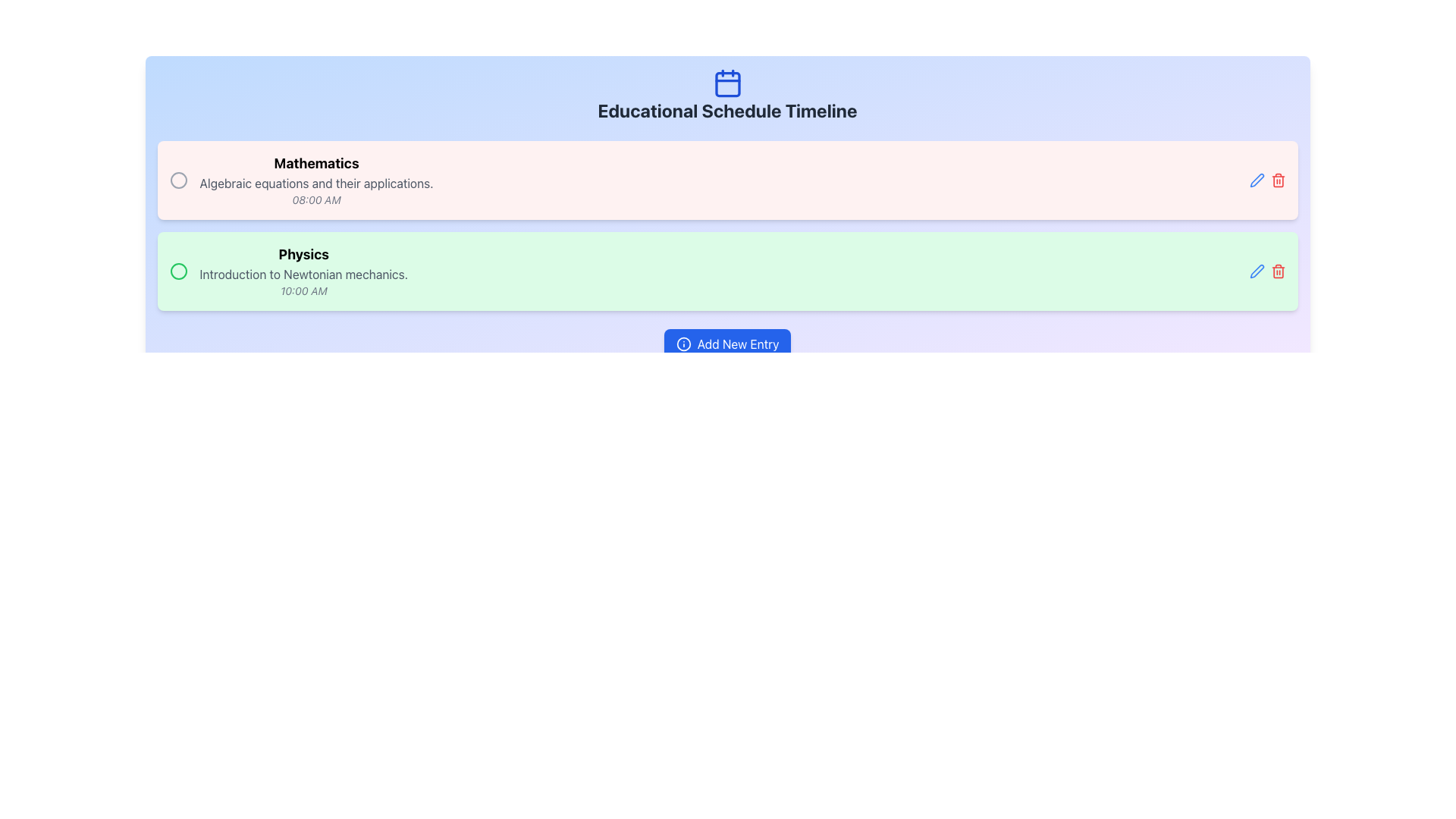  What do you see at coordinates (288, 271) in the screenshot?
I see `the composite information display for the 'Physics' schedule entry, which includes a title, description, and timestamp, located within the green card beneath the 'Mathematics' entry` at bounding box center [288, 271].